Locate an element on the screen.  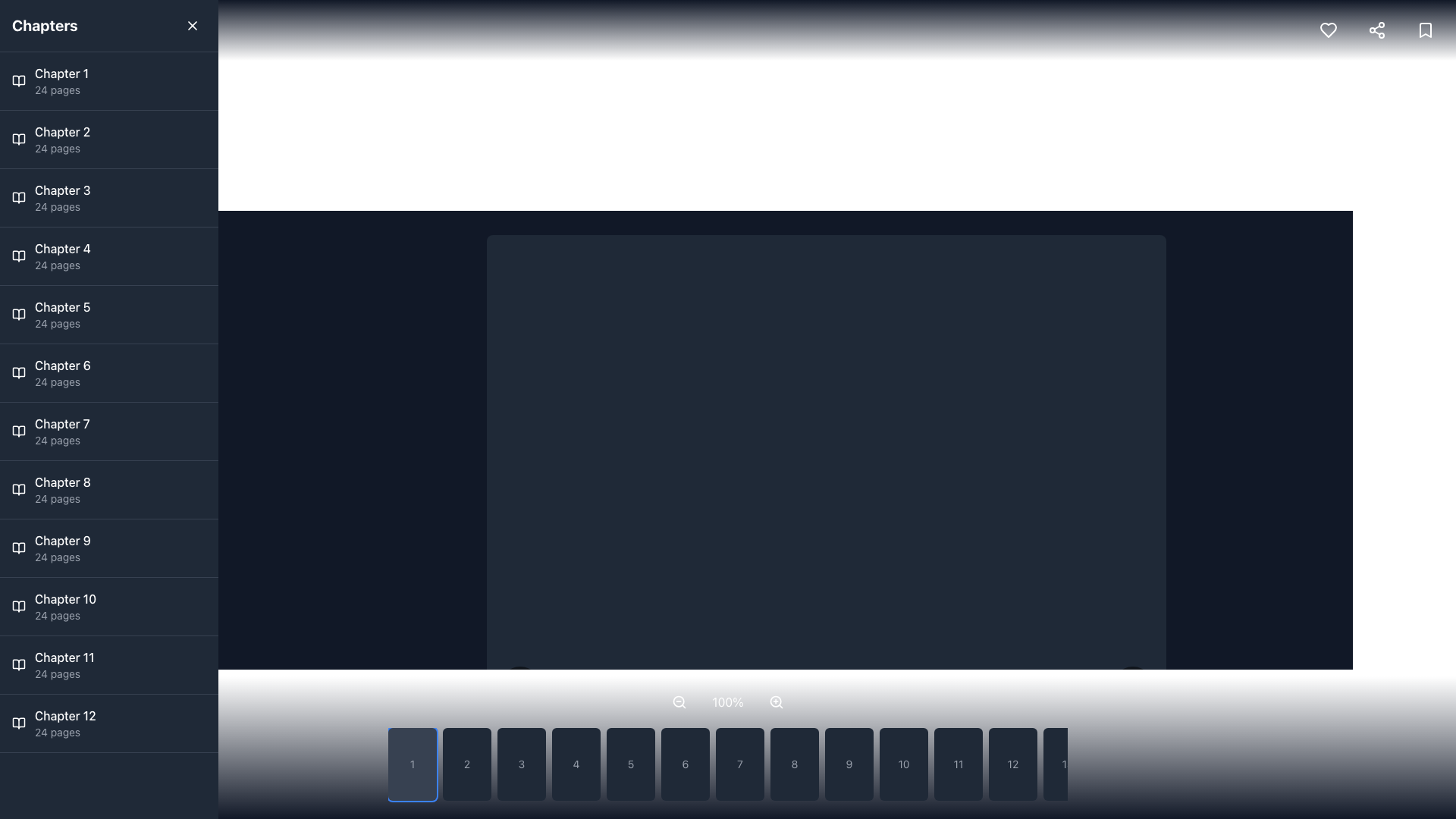
the first icon on the left side of the row displaying 'Chapter 6 24 pages' in the vertical navigation panel, which represents chapter or section information is located at coordinates (18, 373).